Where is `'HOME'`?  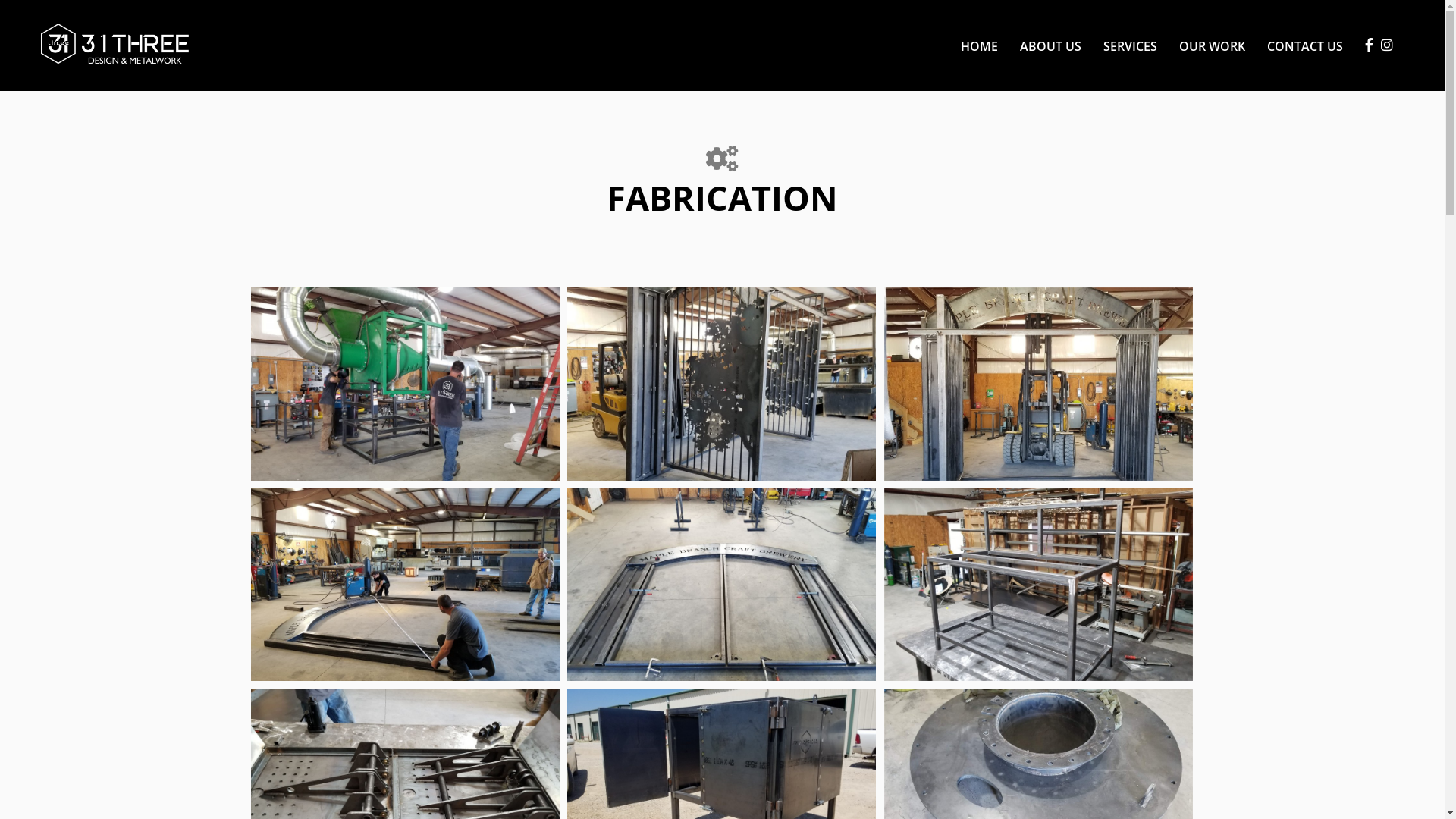 'HOME' is located at coordinates (979, 45).